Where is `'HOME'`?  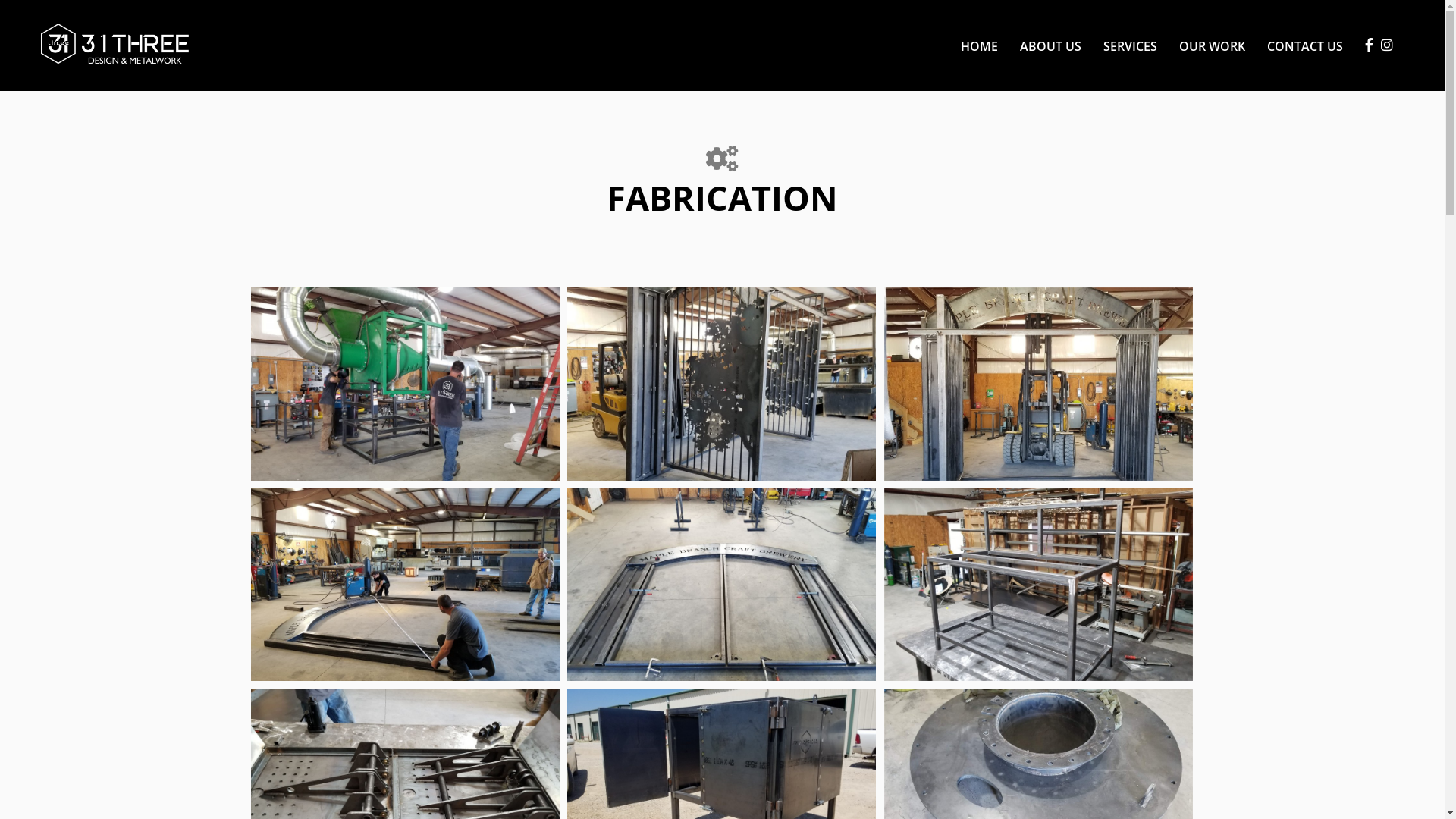 'HOME' is located at coordinates (979, 45).